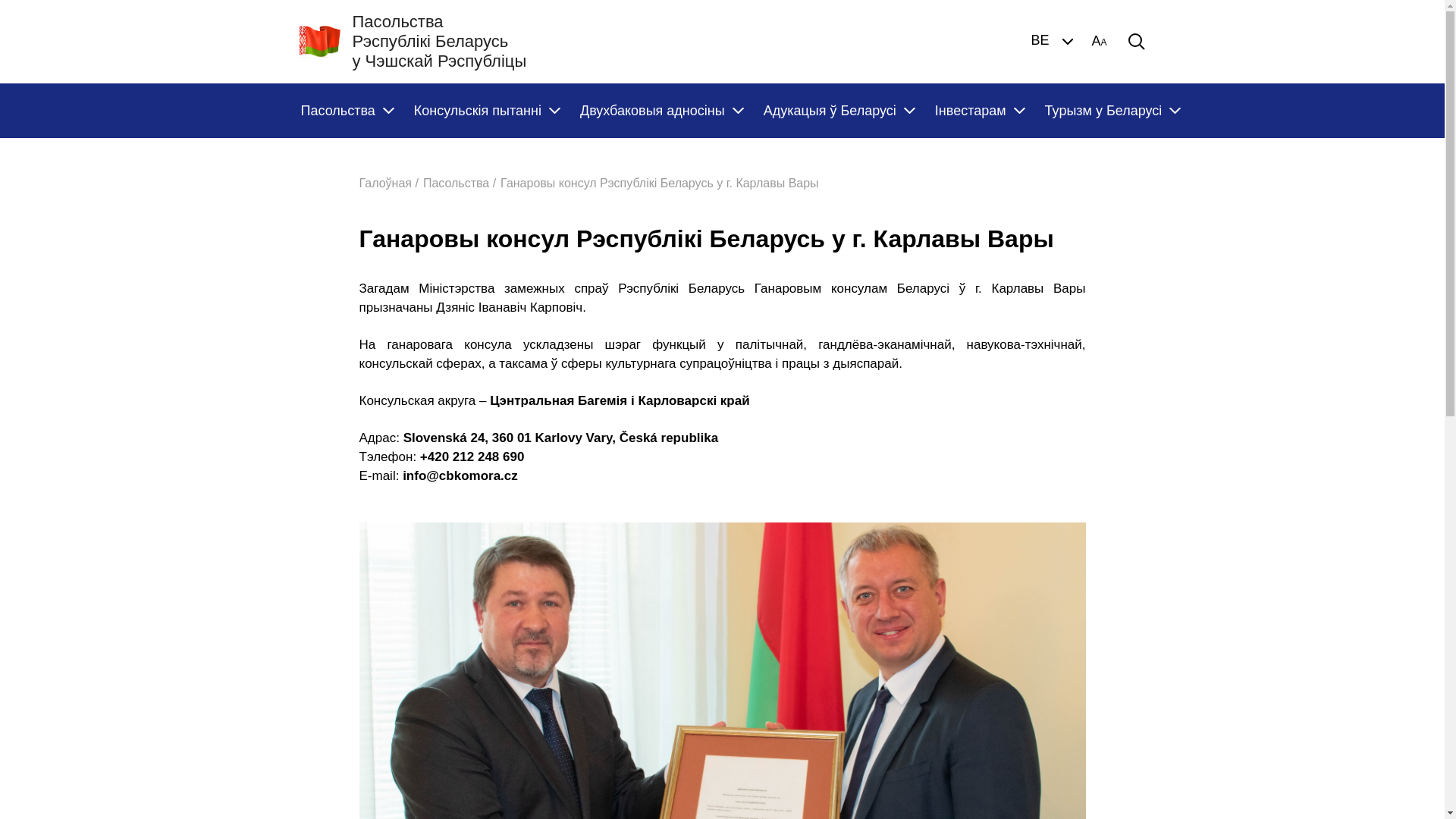 This screenshot has height=819, width=1456. I want to click on 'AA', so click(1099, 40).